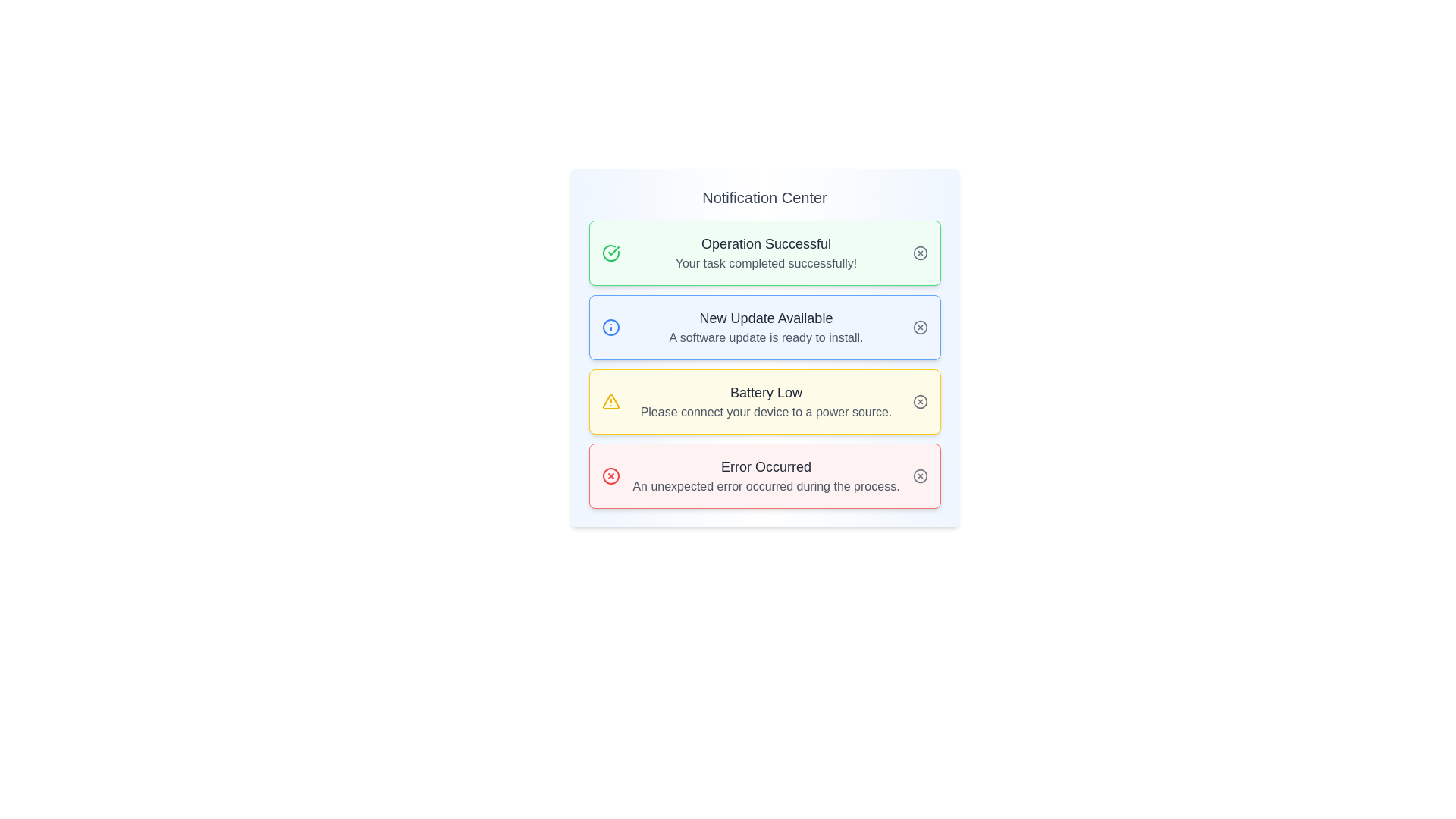  Describe the element at coordinates (919, 253) in the screenshot. I see `the circular graphic component in the top right corner of the green notification block labeled 'Operation Successful'` at that location.